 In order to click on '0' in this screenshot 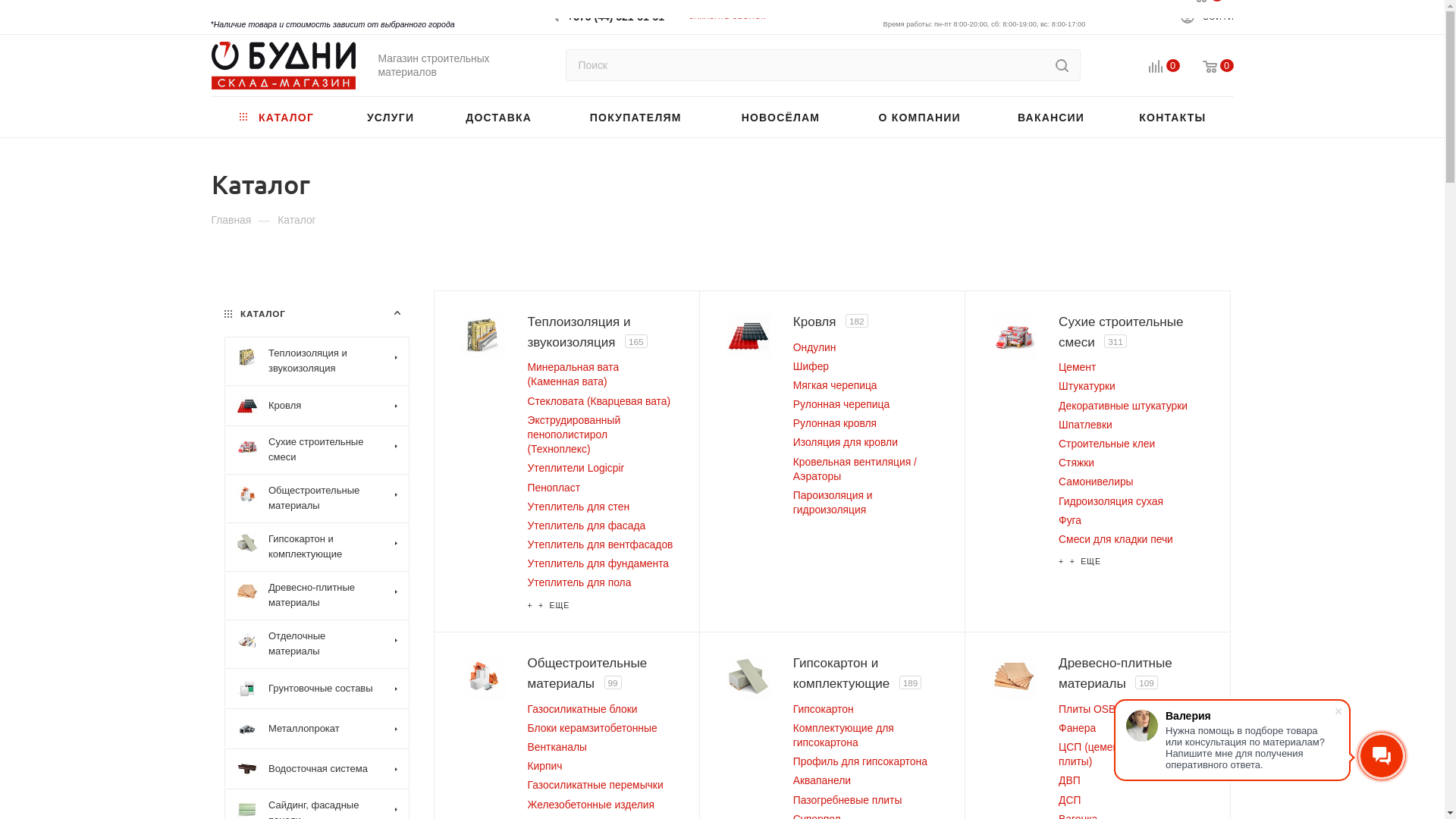, I will do `click(1125, 66)`.